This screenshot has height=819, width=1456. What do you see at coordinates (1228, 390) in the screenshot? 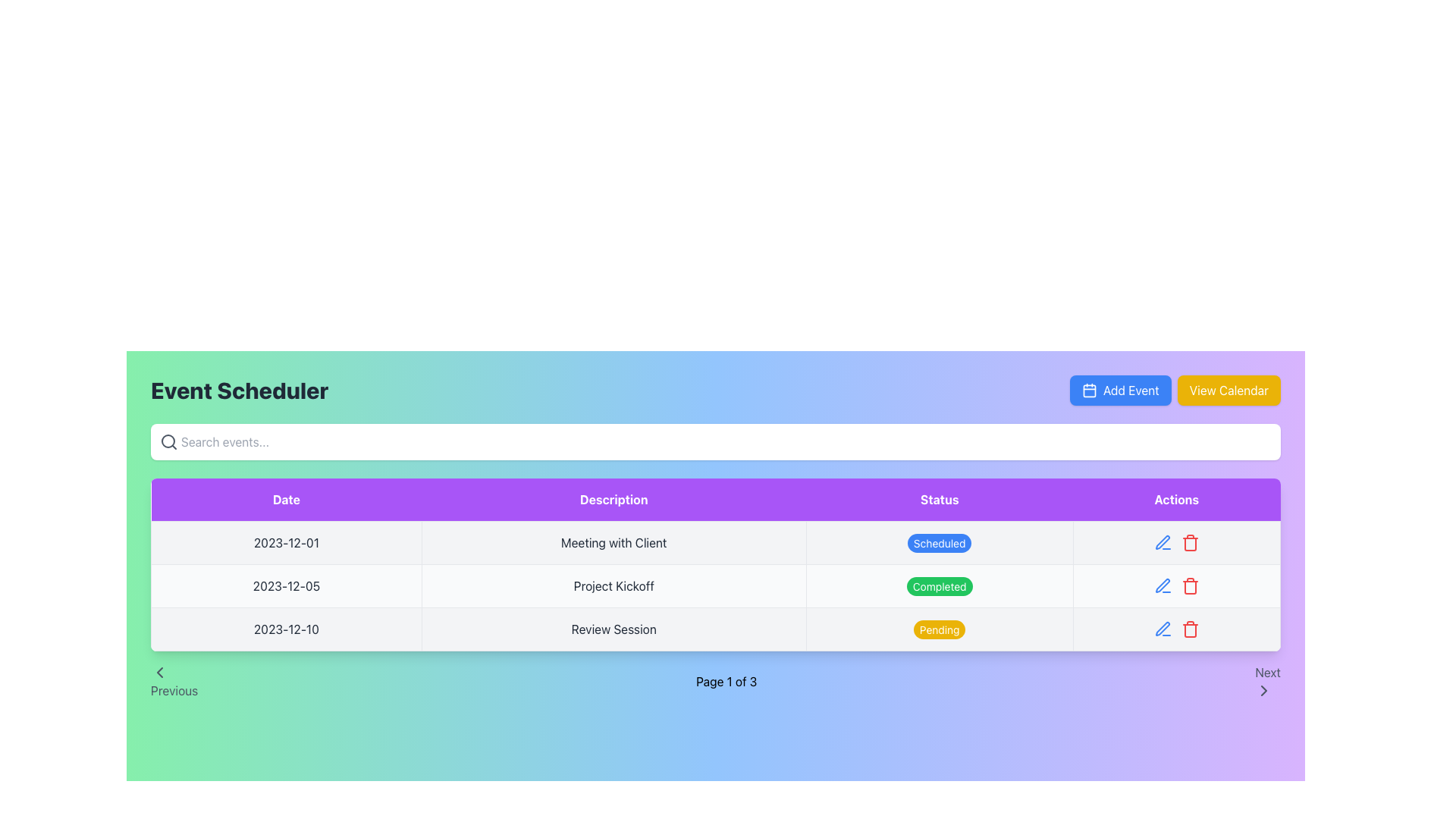
I see `the blue button located in the header section, next to the 'Add Event' button` at bounding box center [1228, 390].